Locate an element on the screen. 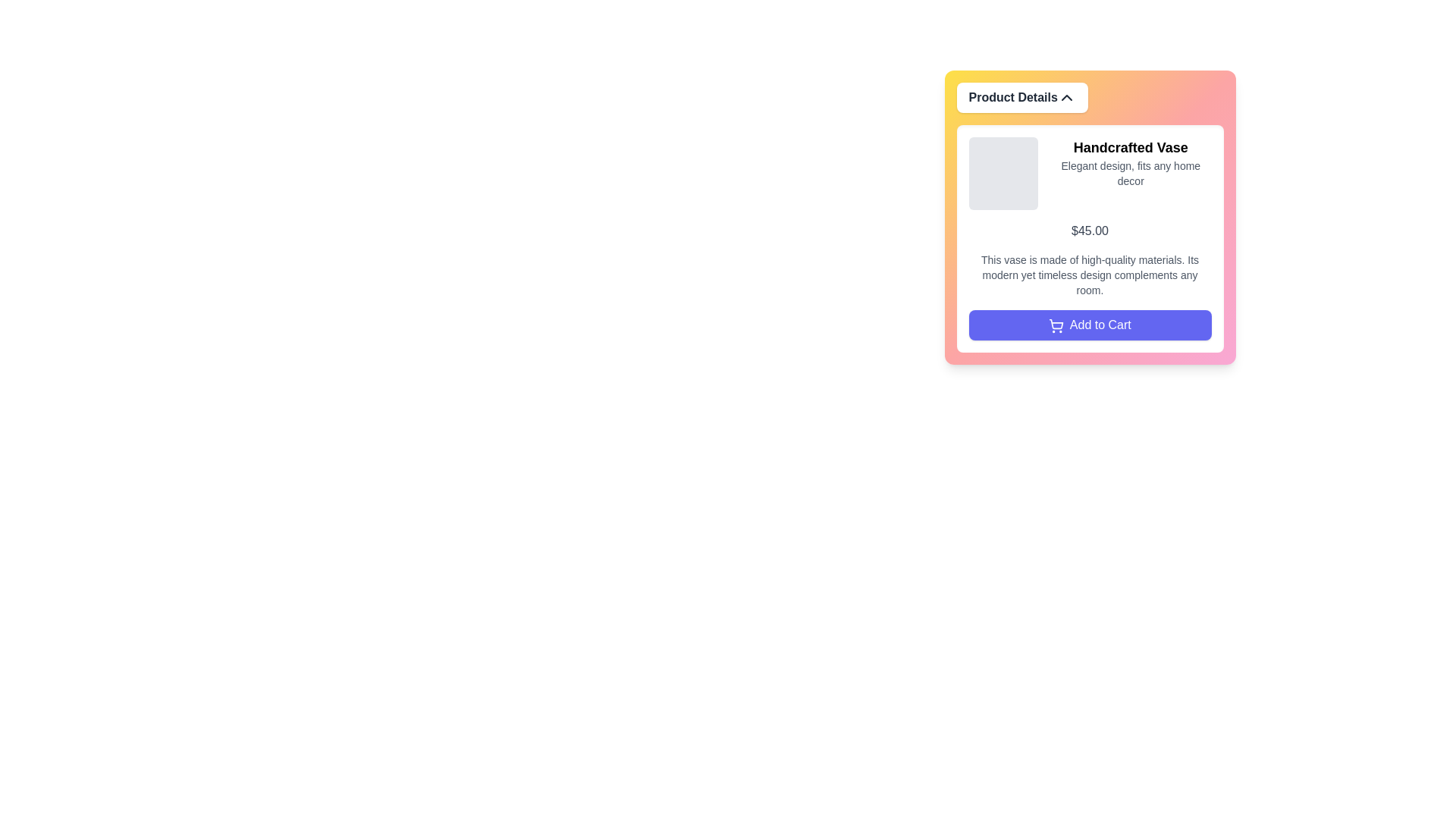 The width and height of the screenshot is (1456, 819). the label or header text element located at the top-center of the section, which may also trigger dropdown or collapsible content is located at coordinates (1012, 97).